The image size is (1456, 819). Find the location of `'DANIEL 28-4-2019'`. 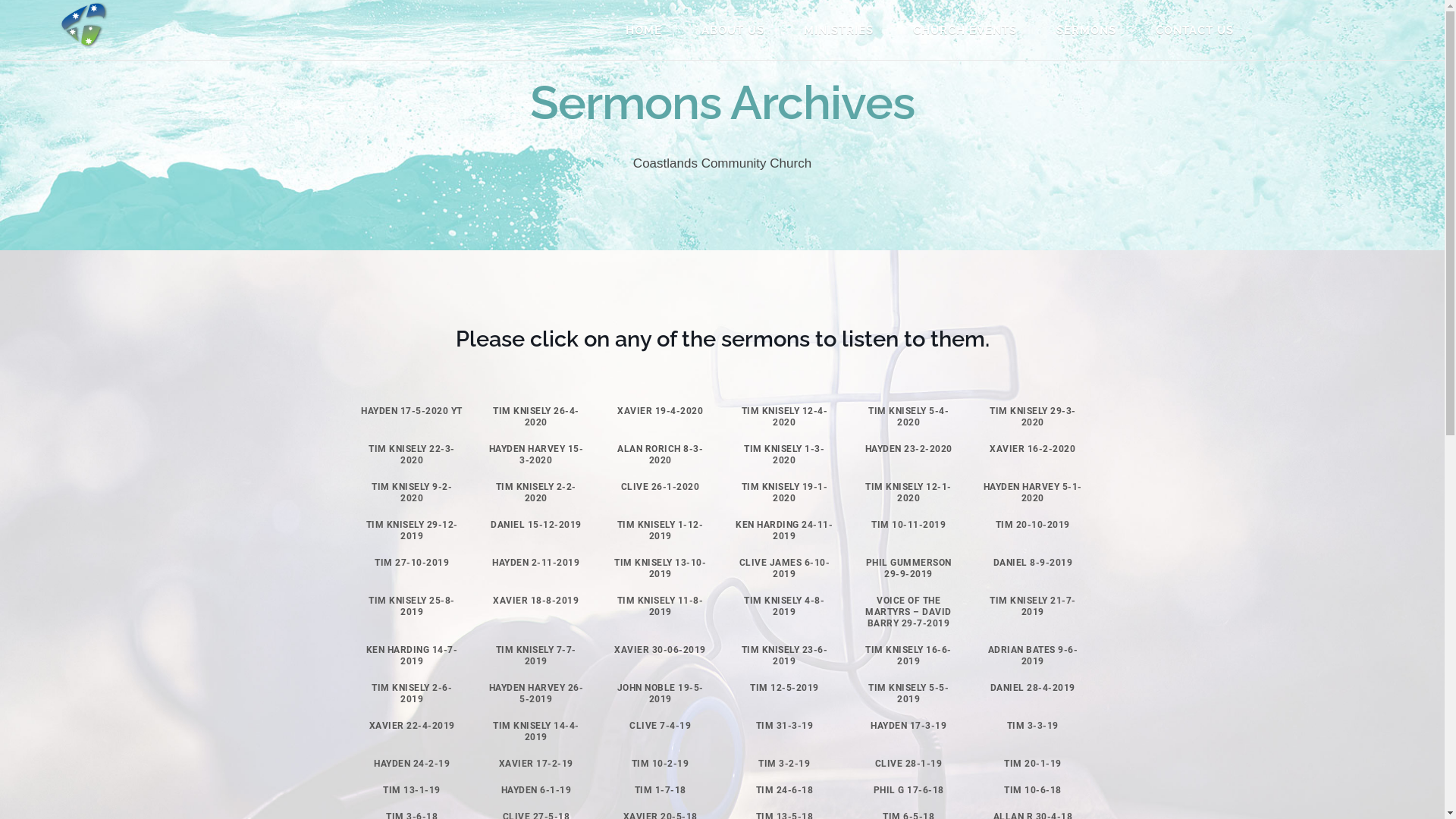

'DANIEL 28-4-2019' is located at coordinates (1032, 687).